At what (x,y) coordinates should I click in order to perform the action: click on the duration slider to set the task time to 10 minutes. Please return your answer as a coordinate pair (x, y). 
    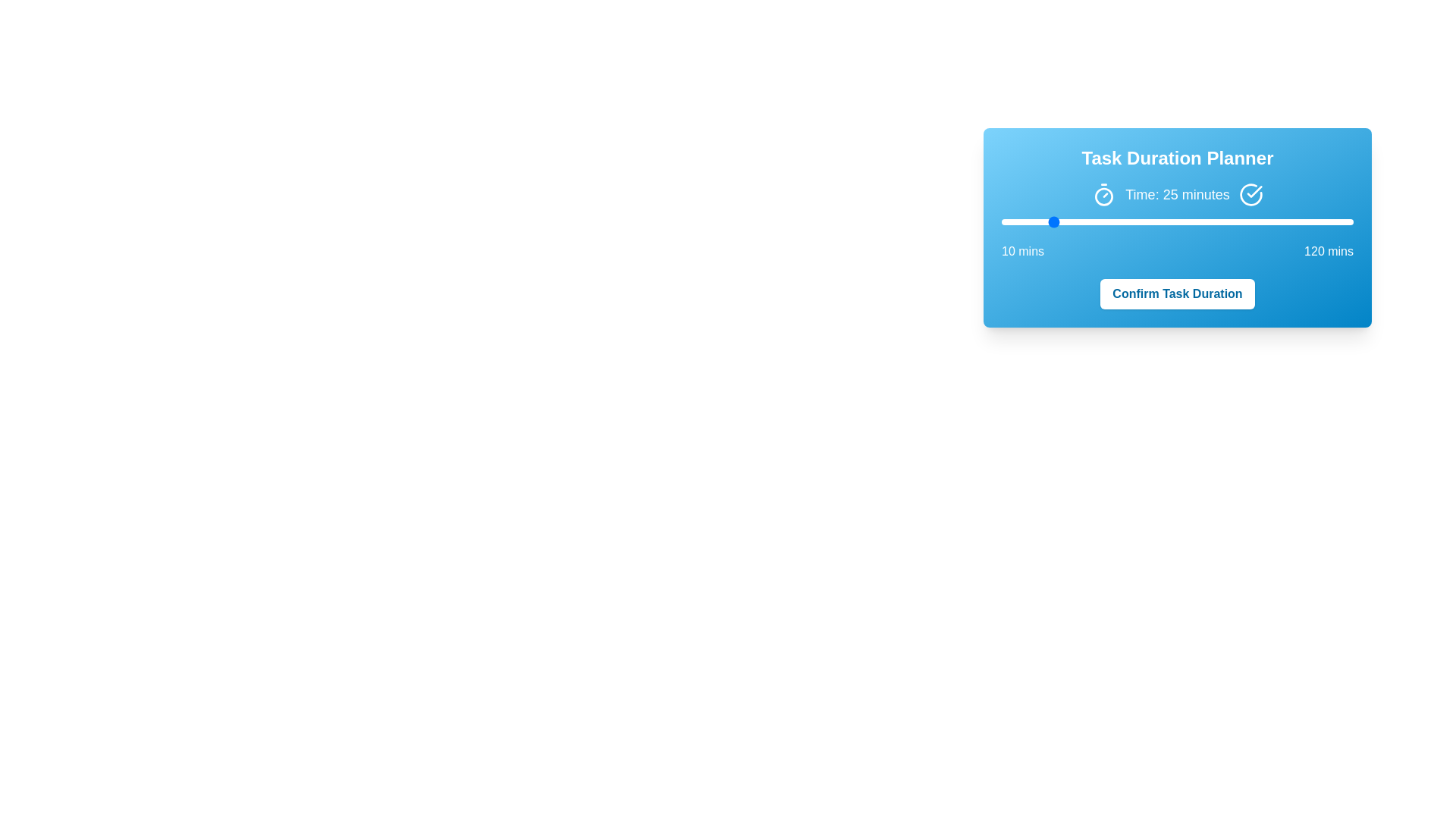
    Looking at the image, I should click on (1001, 222).